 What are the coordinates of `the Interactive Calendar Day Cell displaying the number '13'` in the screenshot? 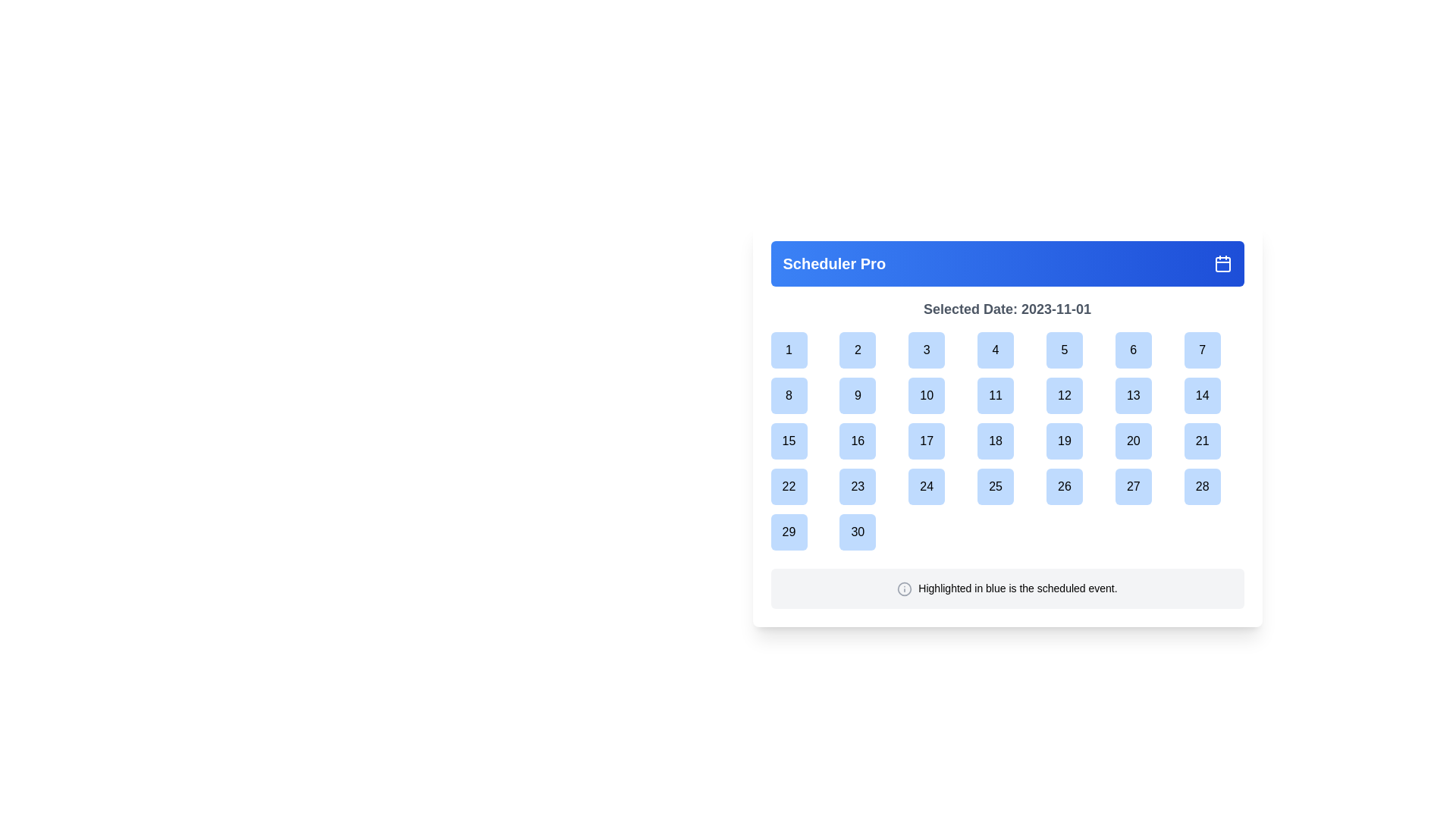 It's located at (1133, 394).